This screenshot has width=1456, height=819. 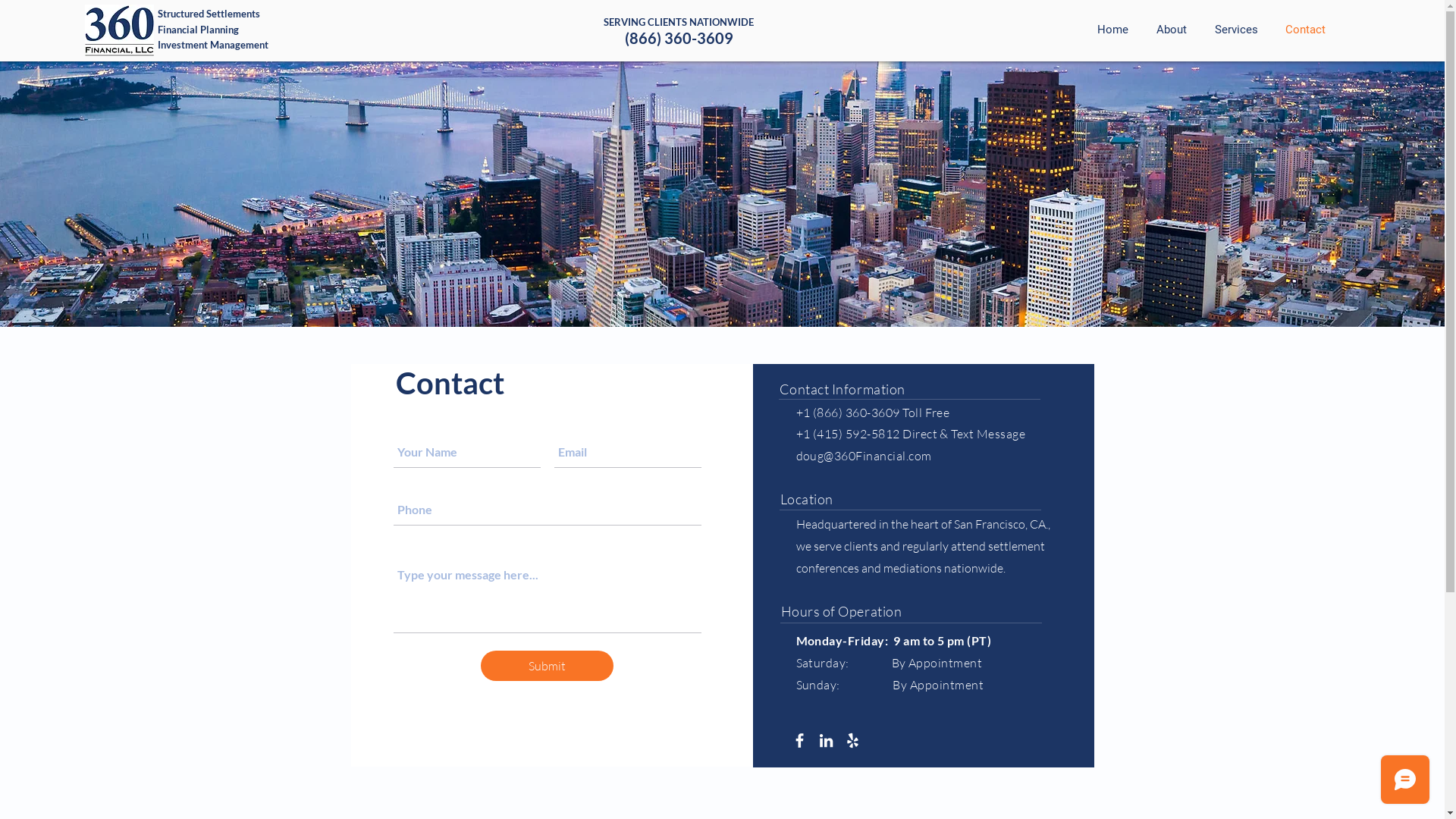 What do you see at coordinates (546, 665) in the screenshot?
I see `'Submit'` at bounding box center [546, 665].